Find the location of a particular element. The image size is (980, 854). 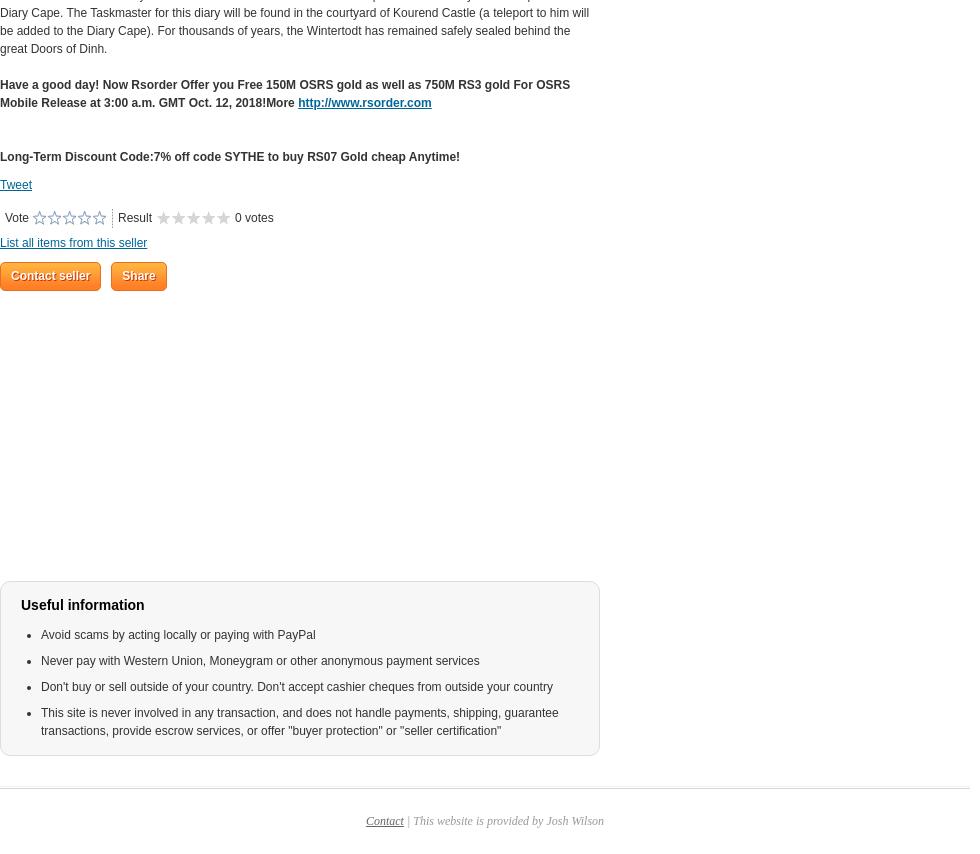

'Never pay with Western Union, Moneygram or other anonymous payment services' is located at coordinates (259, 660).